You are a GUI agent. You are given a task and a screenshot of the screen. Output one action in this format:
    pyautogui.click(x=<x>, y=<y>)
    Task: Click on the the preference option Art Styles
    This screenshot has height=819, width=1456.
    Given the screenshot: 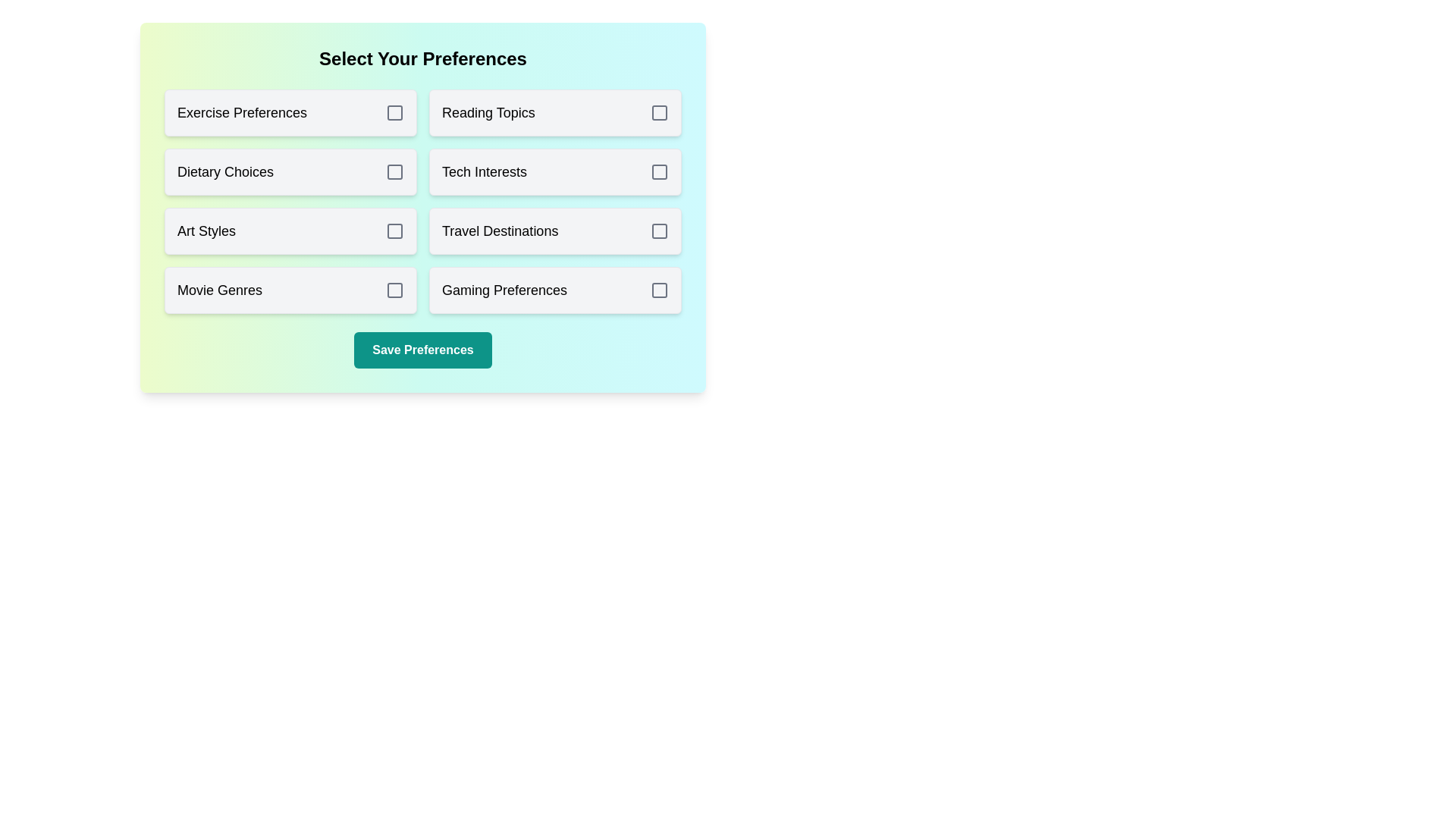 What is the action you would take?
    pyautogui.click(x=290, y=231)
    